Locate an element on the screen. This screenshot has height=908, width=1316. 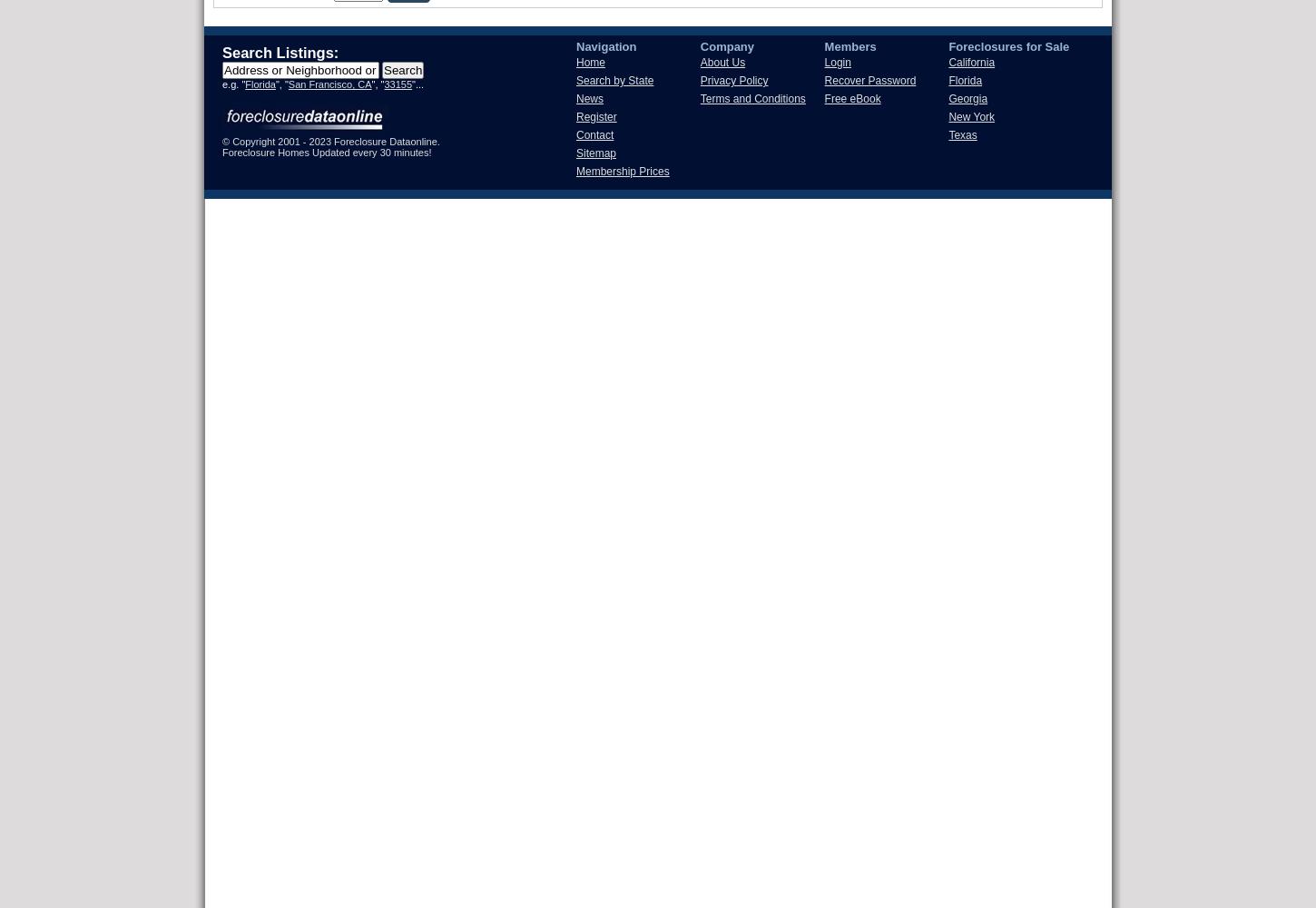
'Texas' is located at coordinates (962, 135).